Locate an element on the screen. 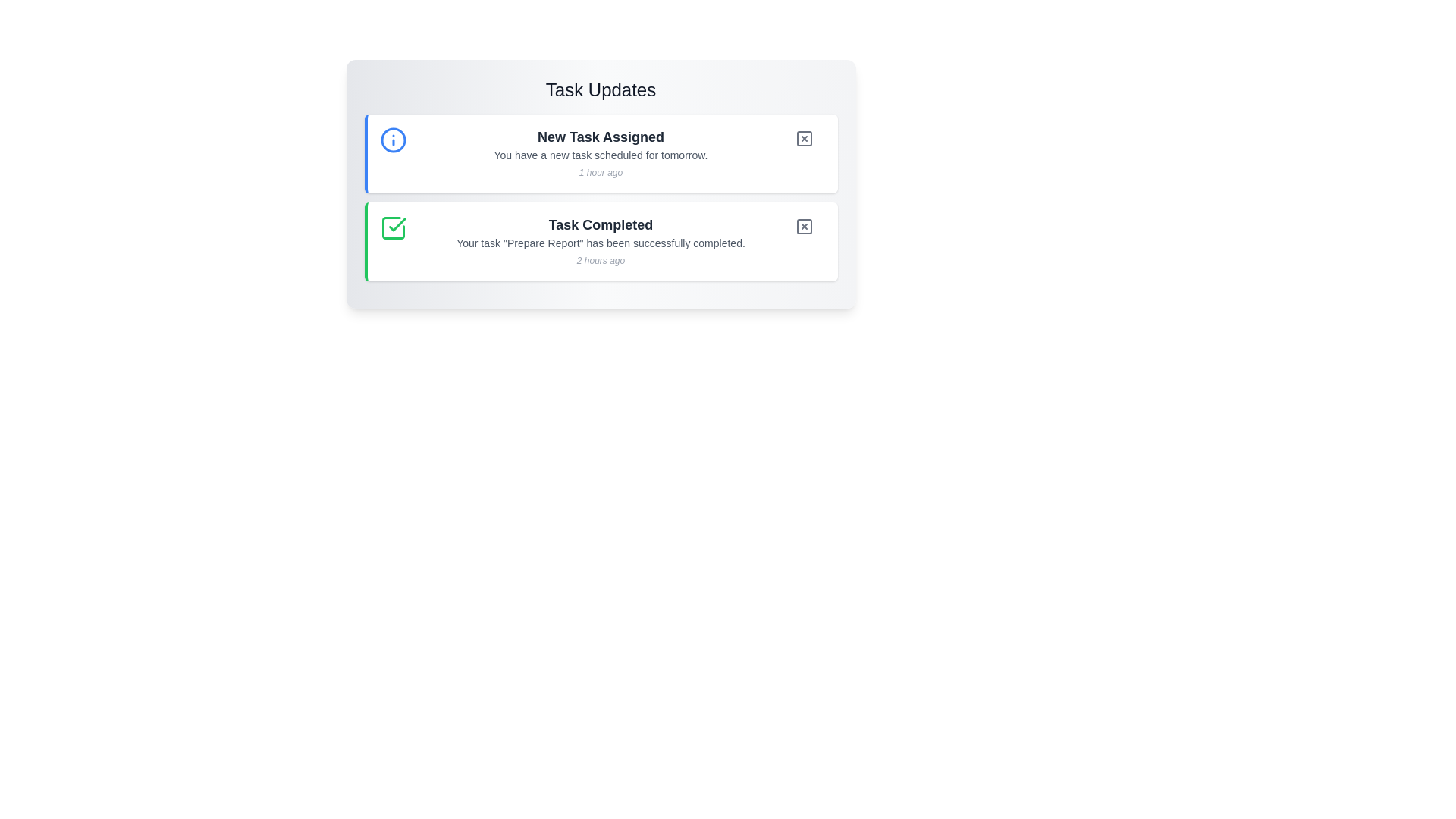 Image resolution: width=1456 pixels, height=819 pixels. the SVG graphic icon indicating task completion located in the 'Task Completed' notification card, positioned near the top-left corner of the card is located at coordinates (397, 224).